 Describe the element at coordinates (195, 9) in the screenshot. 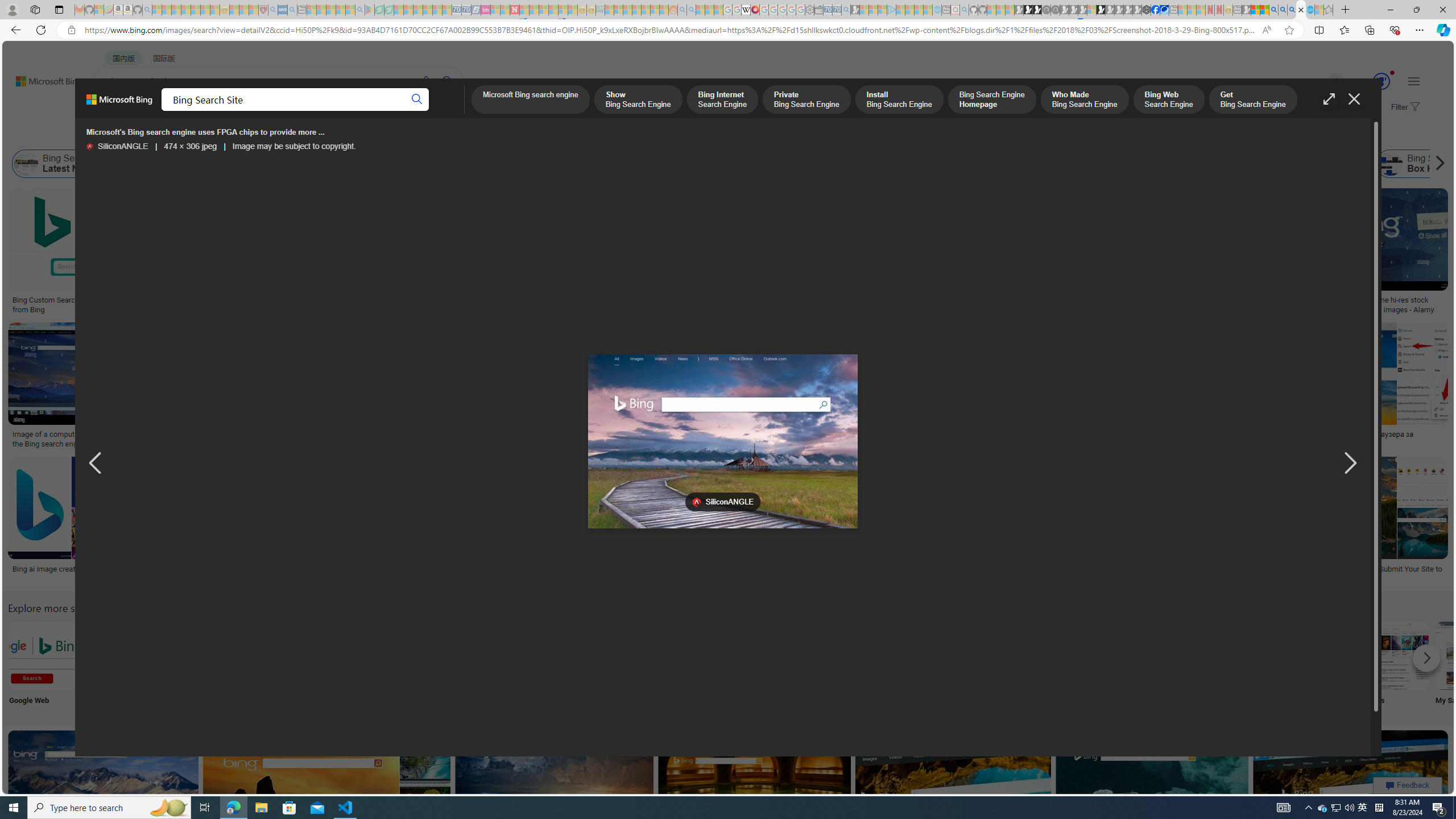

I see `'New Report Confirms 2023 Was Record Hot | Watch - Sleeping'` at that location.